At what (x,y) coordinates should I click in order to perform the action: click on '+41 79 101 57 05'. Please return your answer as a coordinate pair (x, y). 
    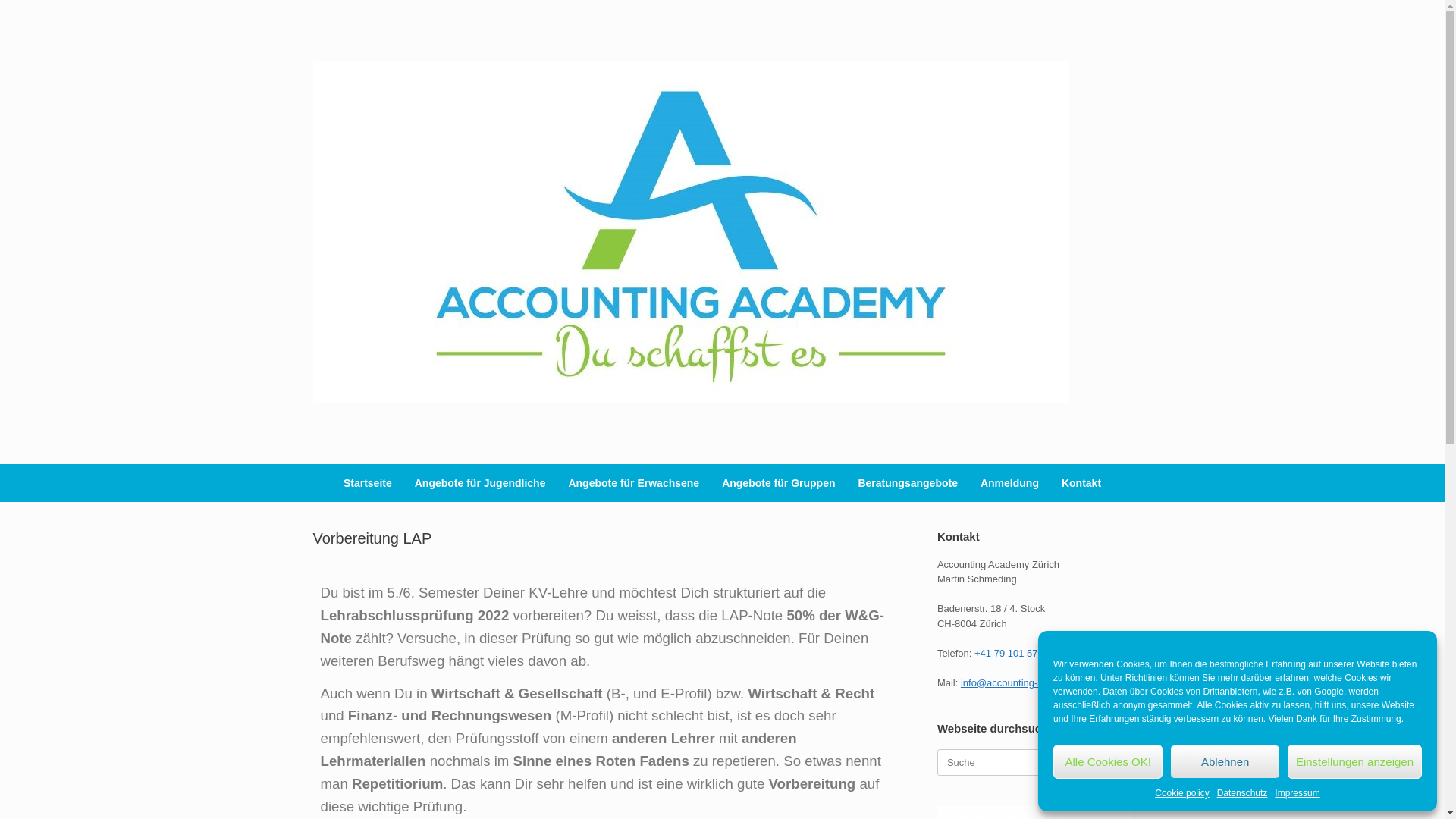
    Looking at the image, I should click on (1012, 652).